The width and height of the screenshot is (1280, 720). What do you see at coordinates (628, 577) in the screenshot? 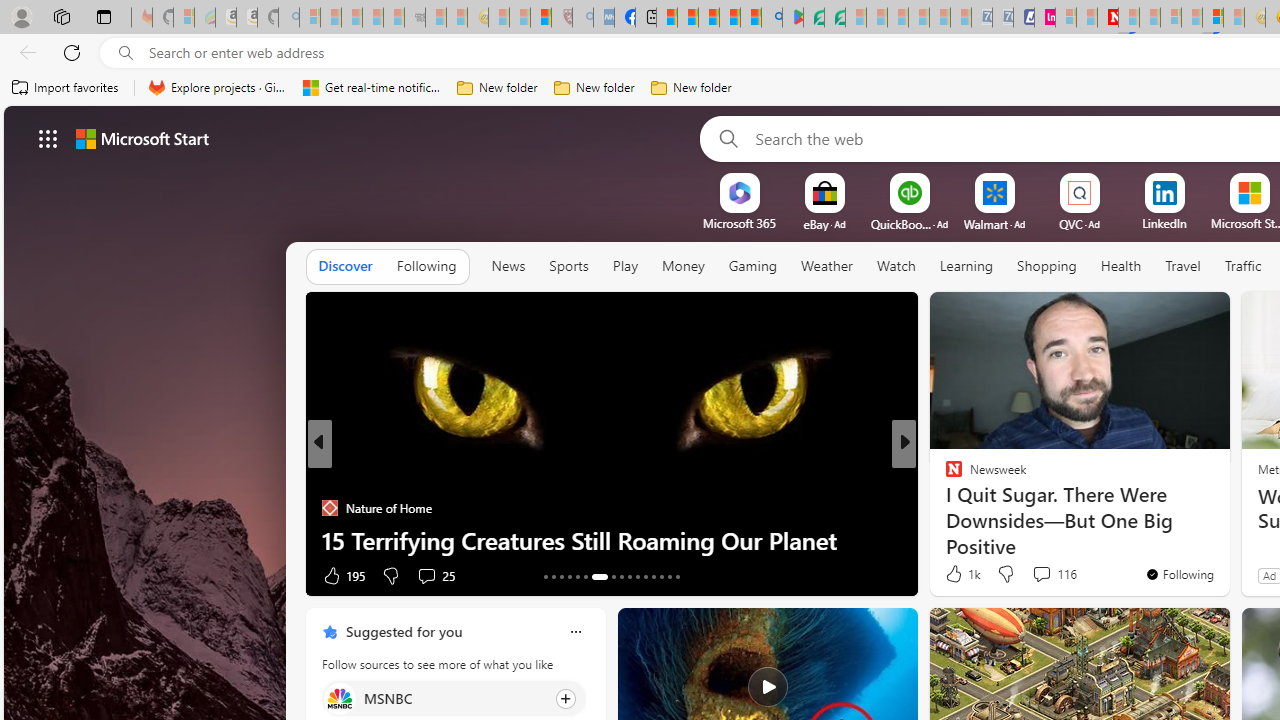
I see `'AutomationID: tab-22'` at bounding box center [628, 577].